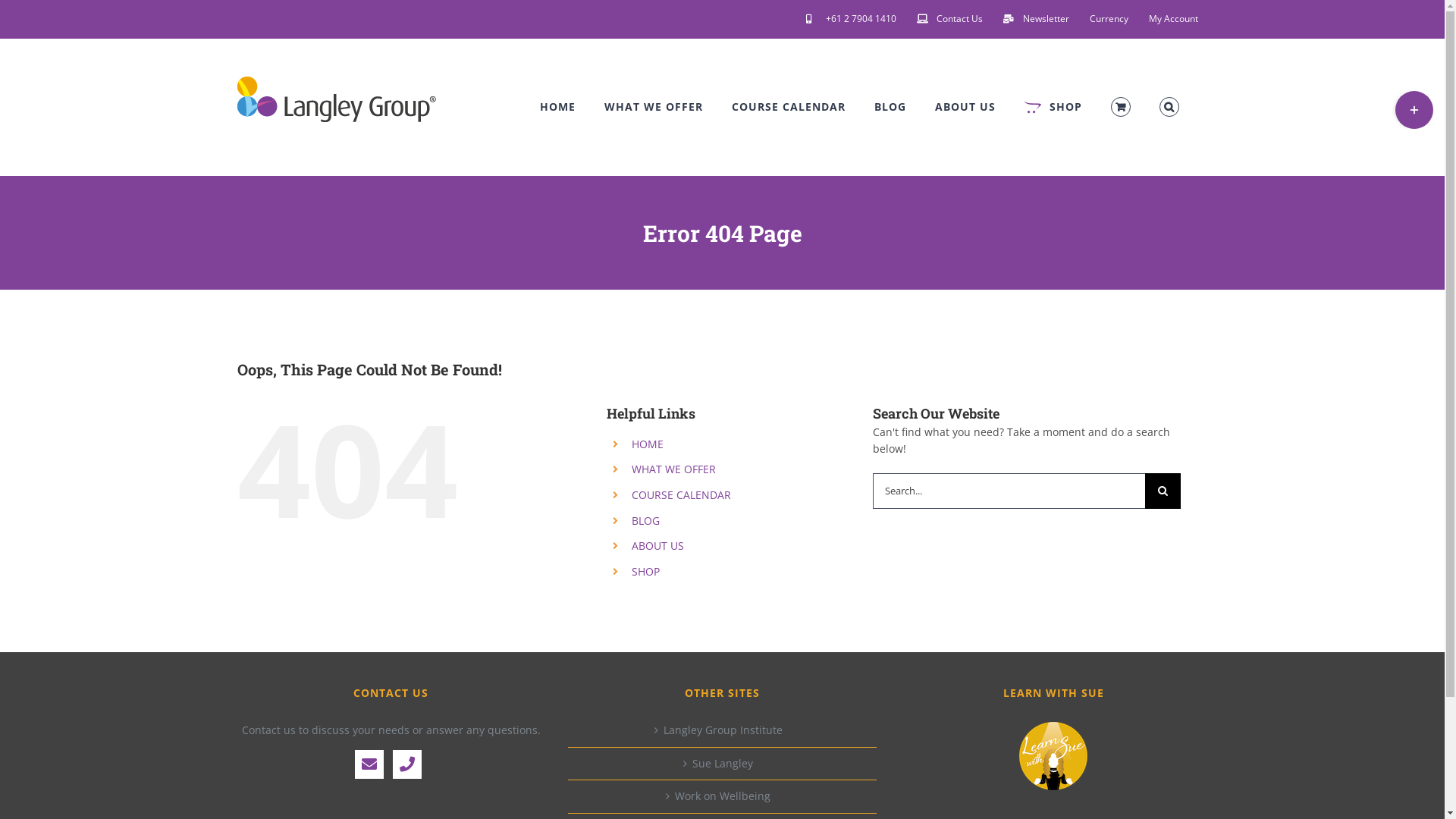 Image resolution: width=1456 pixels, height=819 pixels. I want to click on '+61 2 7904 1410', so click(851, 18).